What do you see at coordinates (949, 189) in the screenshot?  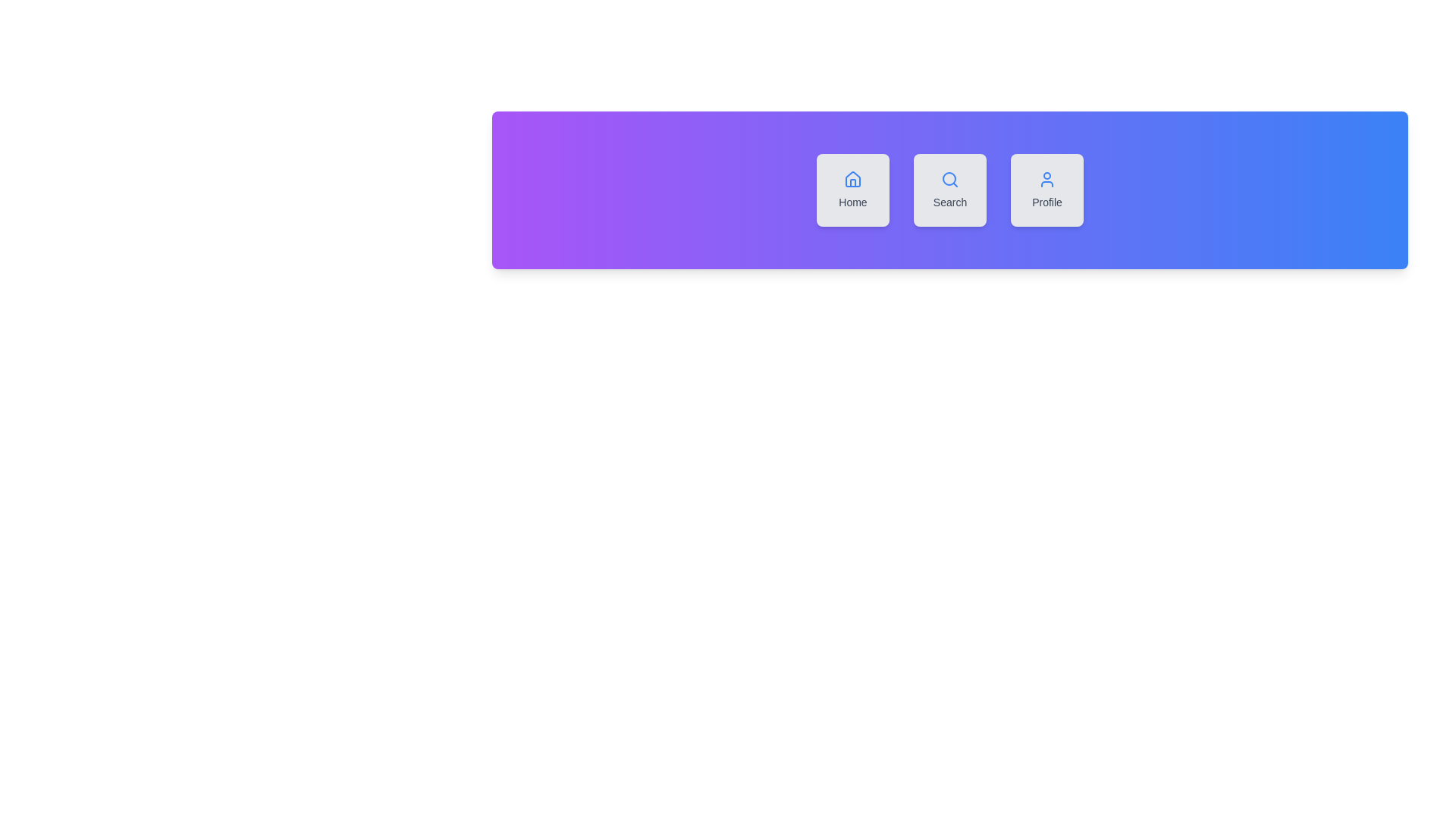 I see `the second button in a row of three, positioned between the 'Home' and 'Profile' buttons` at bounding box center [949, 189].